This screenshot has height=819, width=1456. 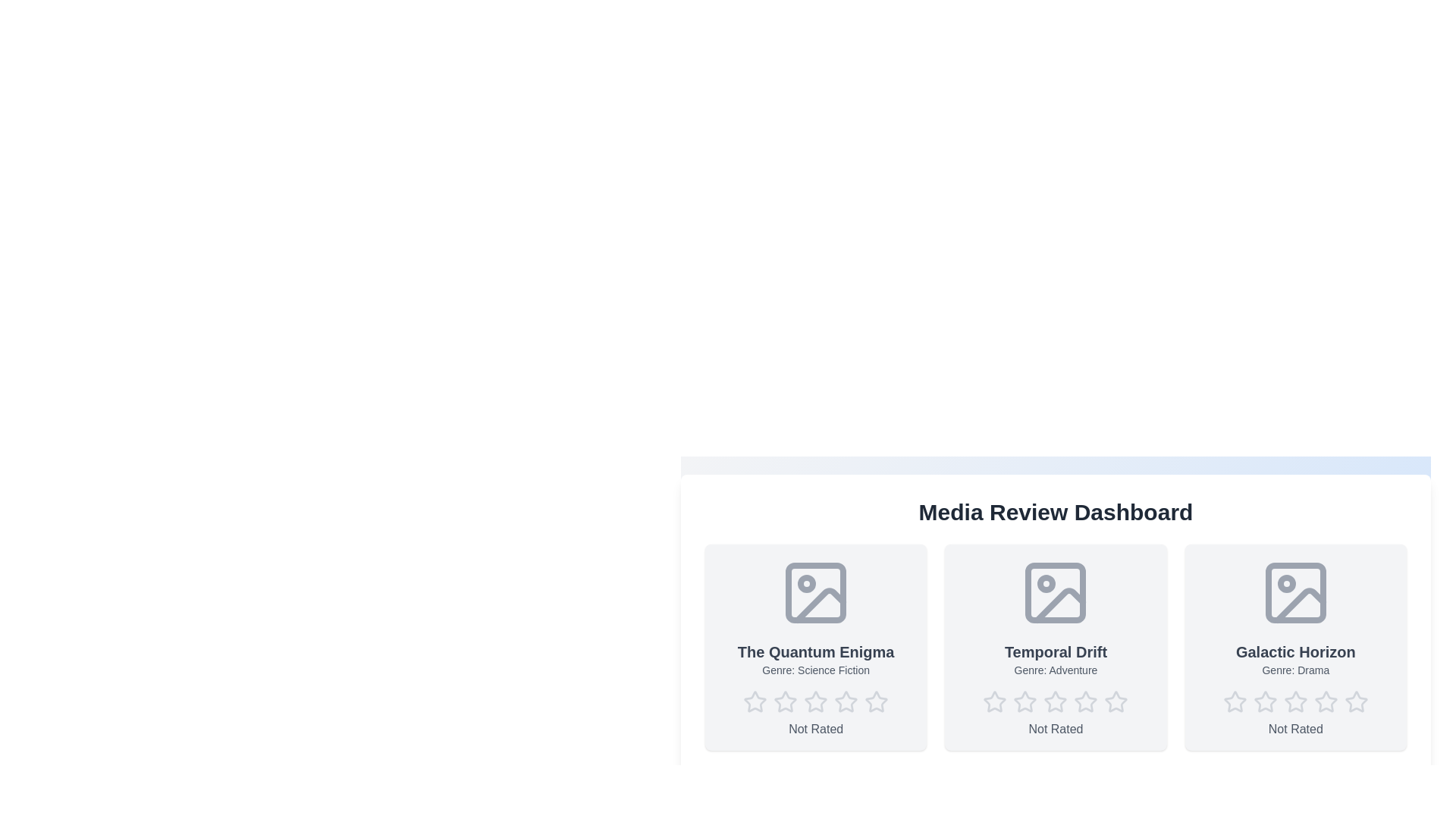 I want to click on the title of the media item The Quantum Enigma to select or highlight it, so click(x=815, y=651).